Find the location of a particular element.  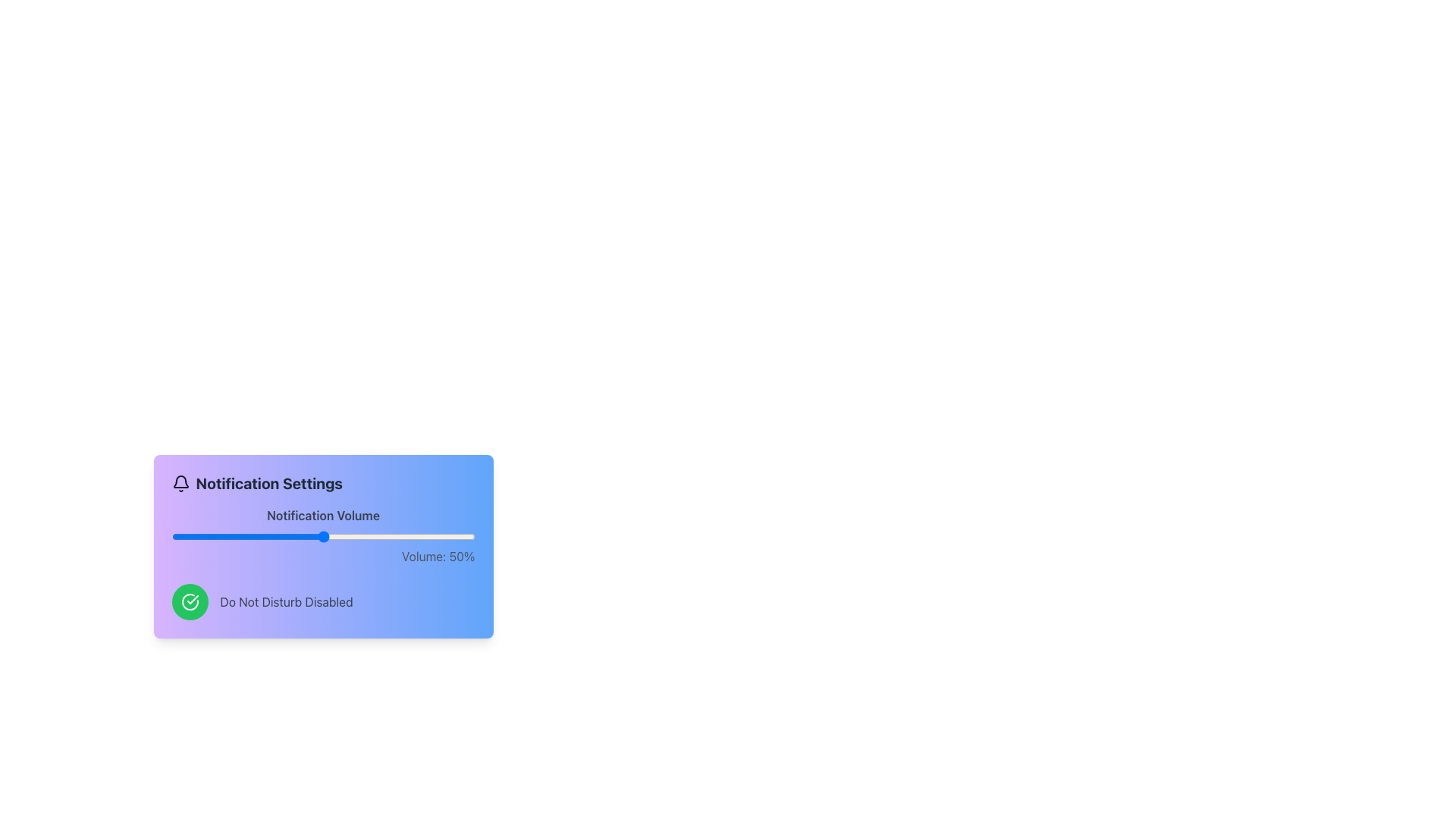

the circular green button with a white checkmark icon, located to the left of the text 'Do Not Disturb Disabled' is located at coordinates (189, 601).